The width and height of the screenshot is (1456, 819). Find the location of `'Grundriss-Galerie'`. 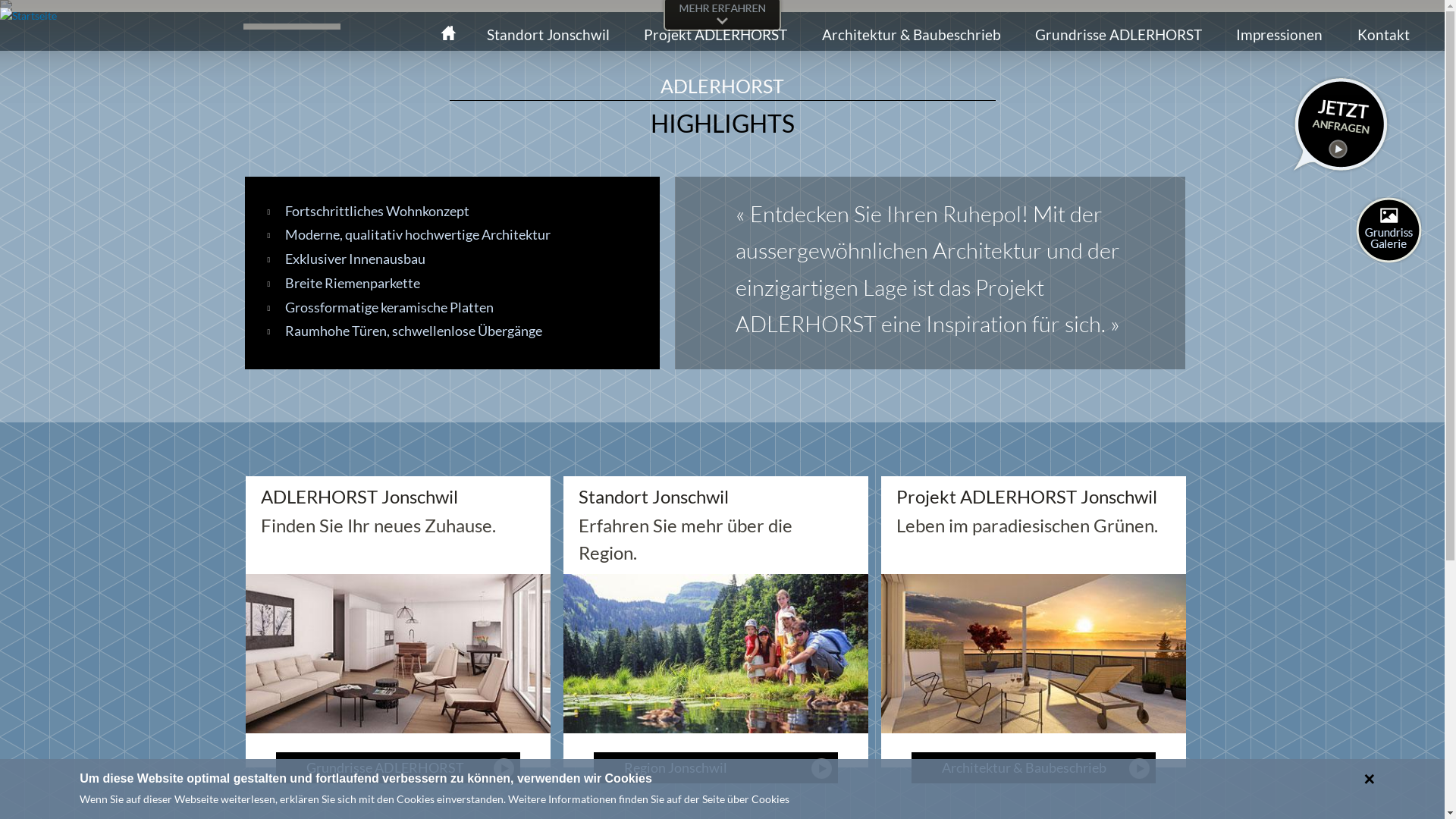

'Grundriss-Galerie' is located at coordinates (1356, 230).